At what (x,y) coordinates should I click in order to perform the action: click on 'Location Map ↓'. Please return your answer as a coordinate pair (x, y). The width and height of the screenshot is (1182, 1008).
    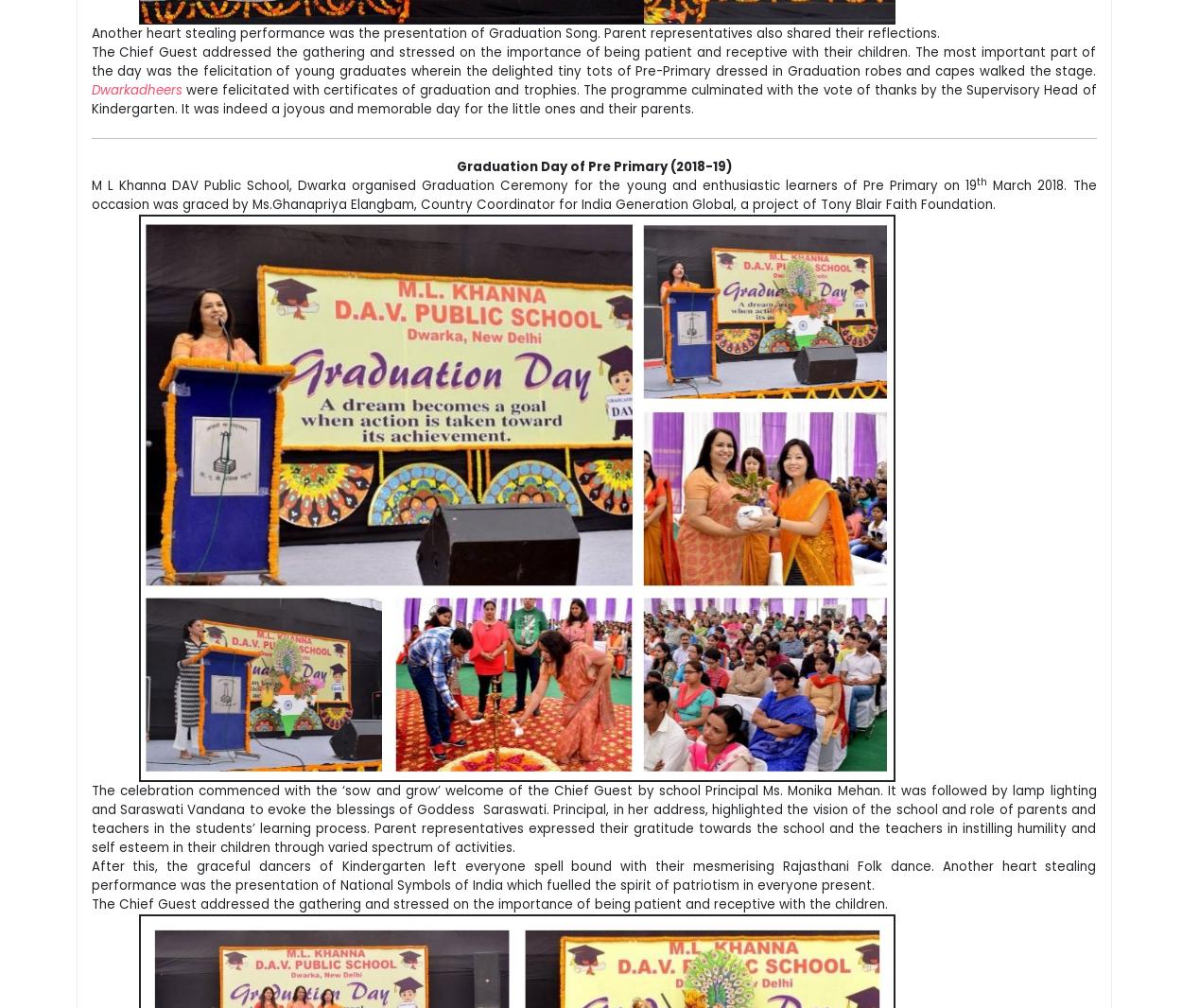
    Looking at the image, I should click on (862, 649).